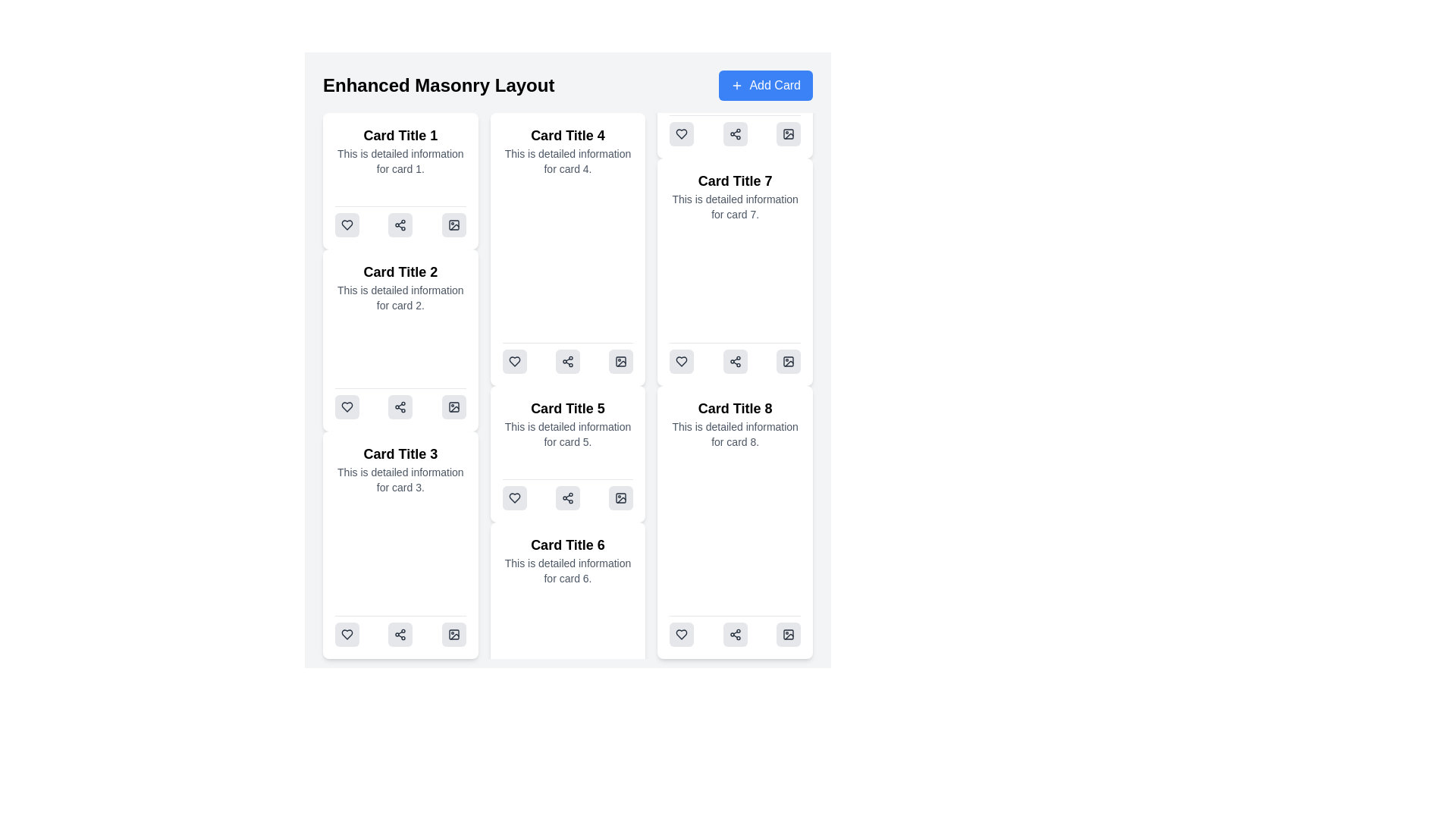 The height and width of the screenshot is (819, 1456). I want to click on the text block containing the description 'This is detailed information for card 7.' located below the heading 'Card Title 7' in the second column of the third row within a grid layout, so click(735, 207).